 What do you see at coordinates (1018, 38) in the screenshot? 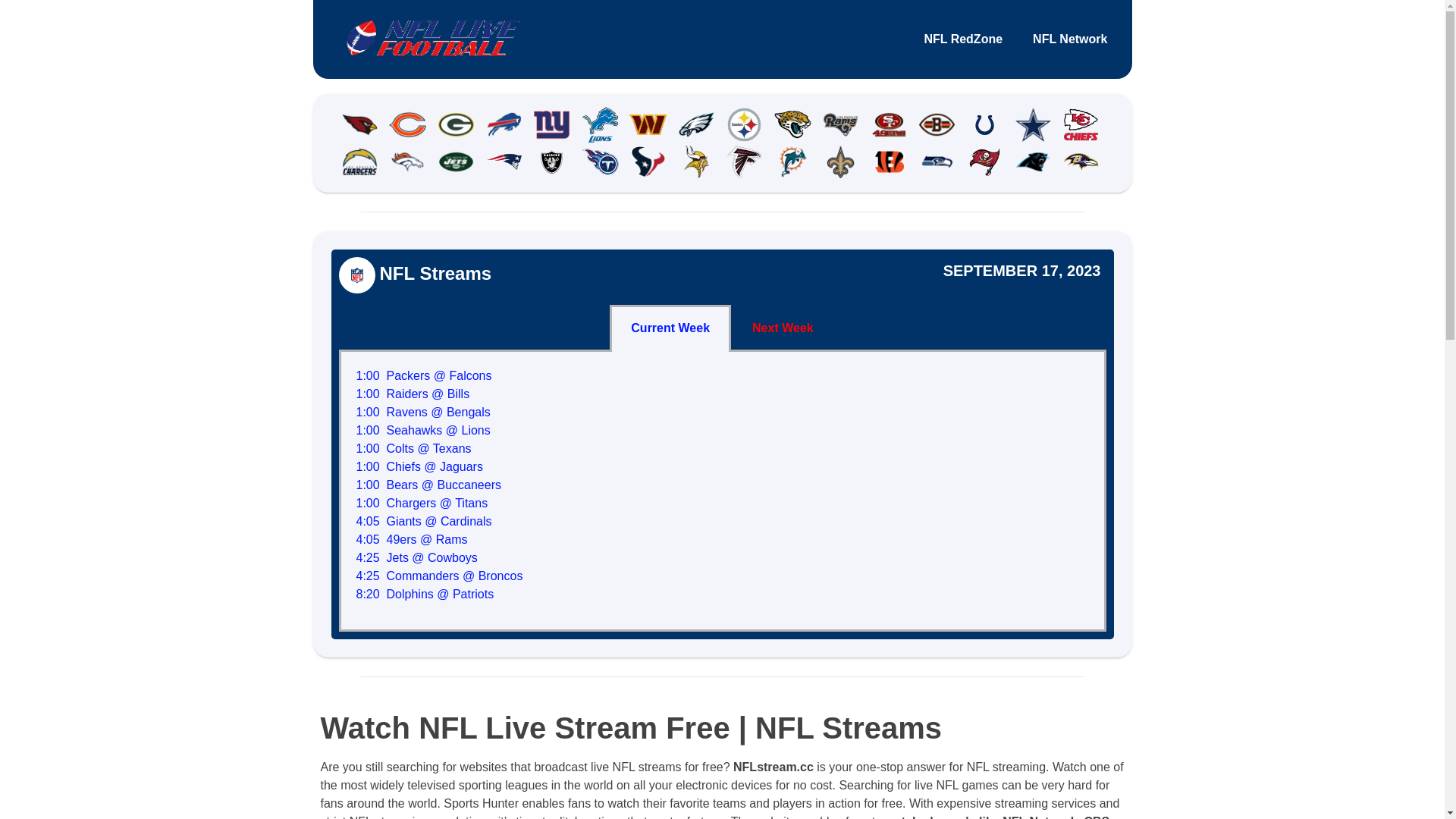
I see `'NFL Network'` at bounding box center [1018, 38].